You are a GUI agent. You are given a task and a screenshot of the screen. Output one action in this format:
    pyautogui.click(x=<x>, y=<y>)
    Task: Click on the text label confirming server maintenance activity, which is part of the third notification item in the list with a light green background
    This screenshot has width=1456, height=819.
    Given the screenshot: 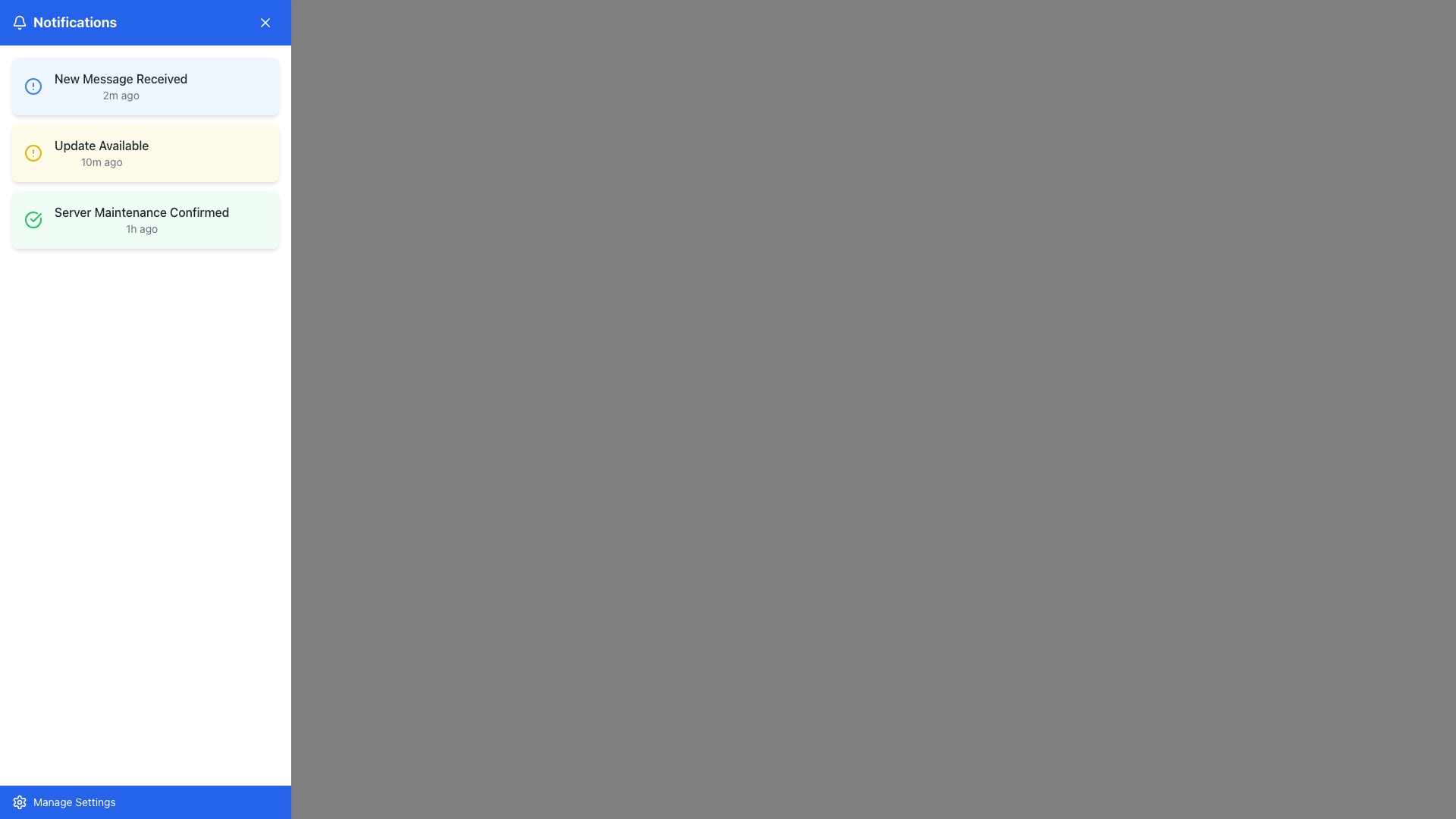 What is the action you would take?
    pyautogui.click(x=142, y=212)
    